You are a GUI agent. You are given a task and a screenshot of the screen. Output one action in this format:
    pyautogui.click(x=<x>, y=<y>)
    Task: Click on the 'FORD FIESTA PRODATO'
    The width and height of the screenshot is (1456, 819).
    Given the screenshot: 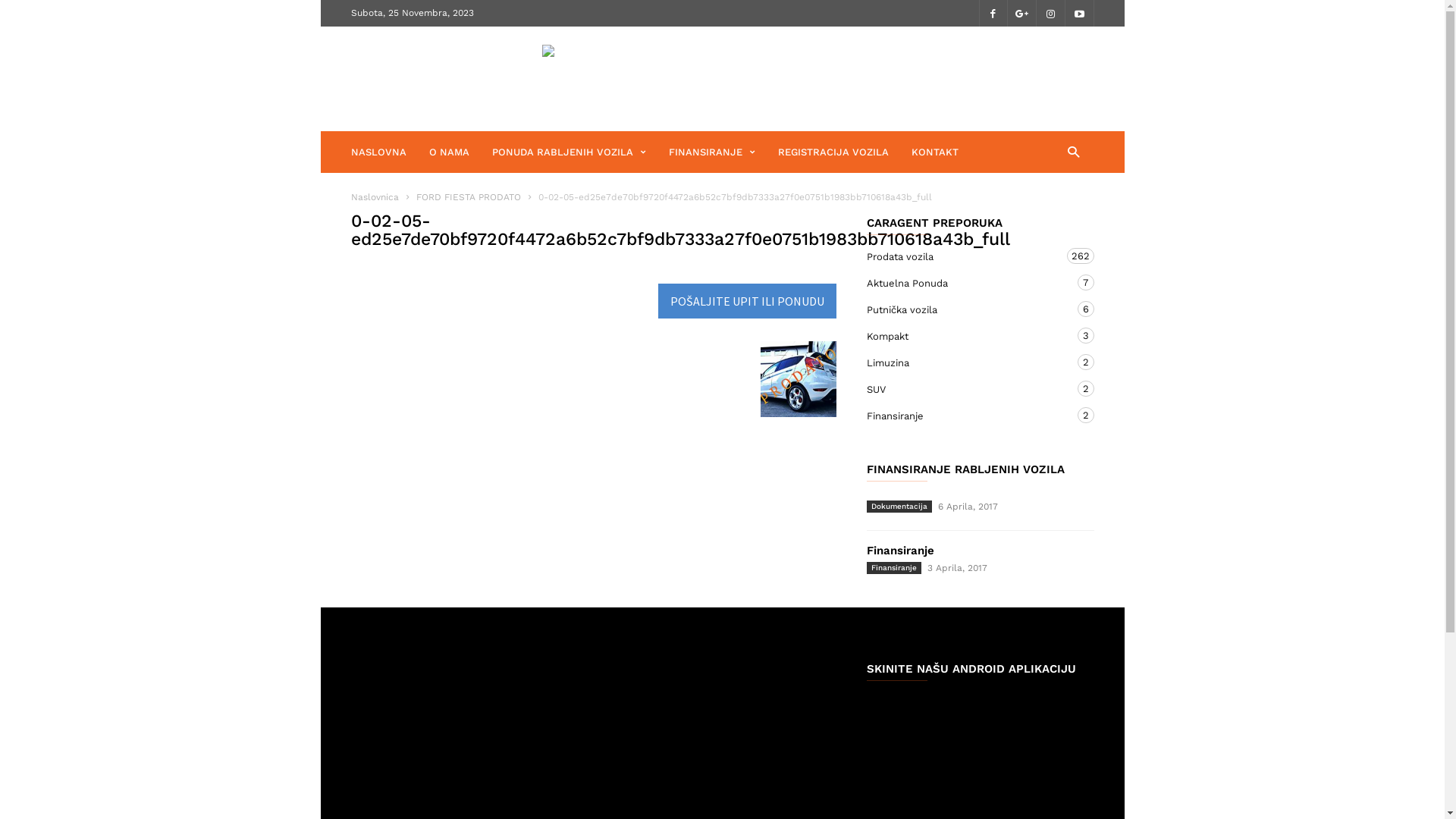 What is the action you would take?
    pyautogui.click(x=469, y=196)
    